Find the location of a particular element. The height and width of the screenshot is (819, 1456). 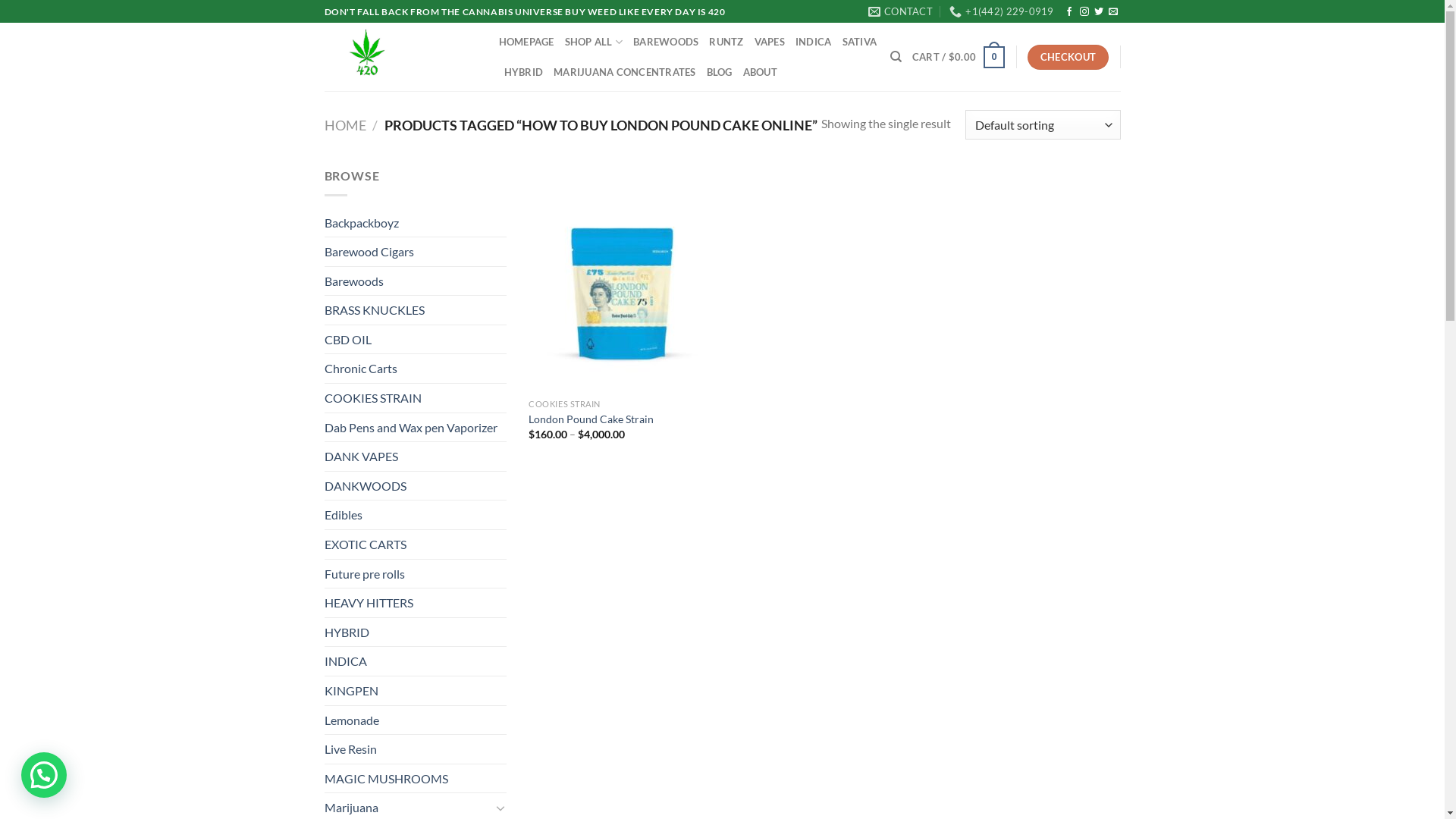

'DANK VAPES' is located at coordinates (323, 455).